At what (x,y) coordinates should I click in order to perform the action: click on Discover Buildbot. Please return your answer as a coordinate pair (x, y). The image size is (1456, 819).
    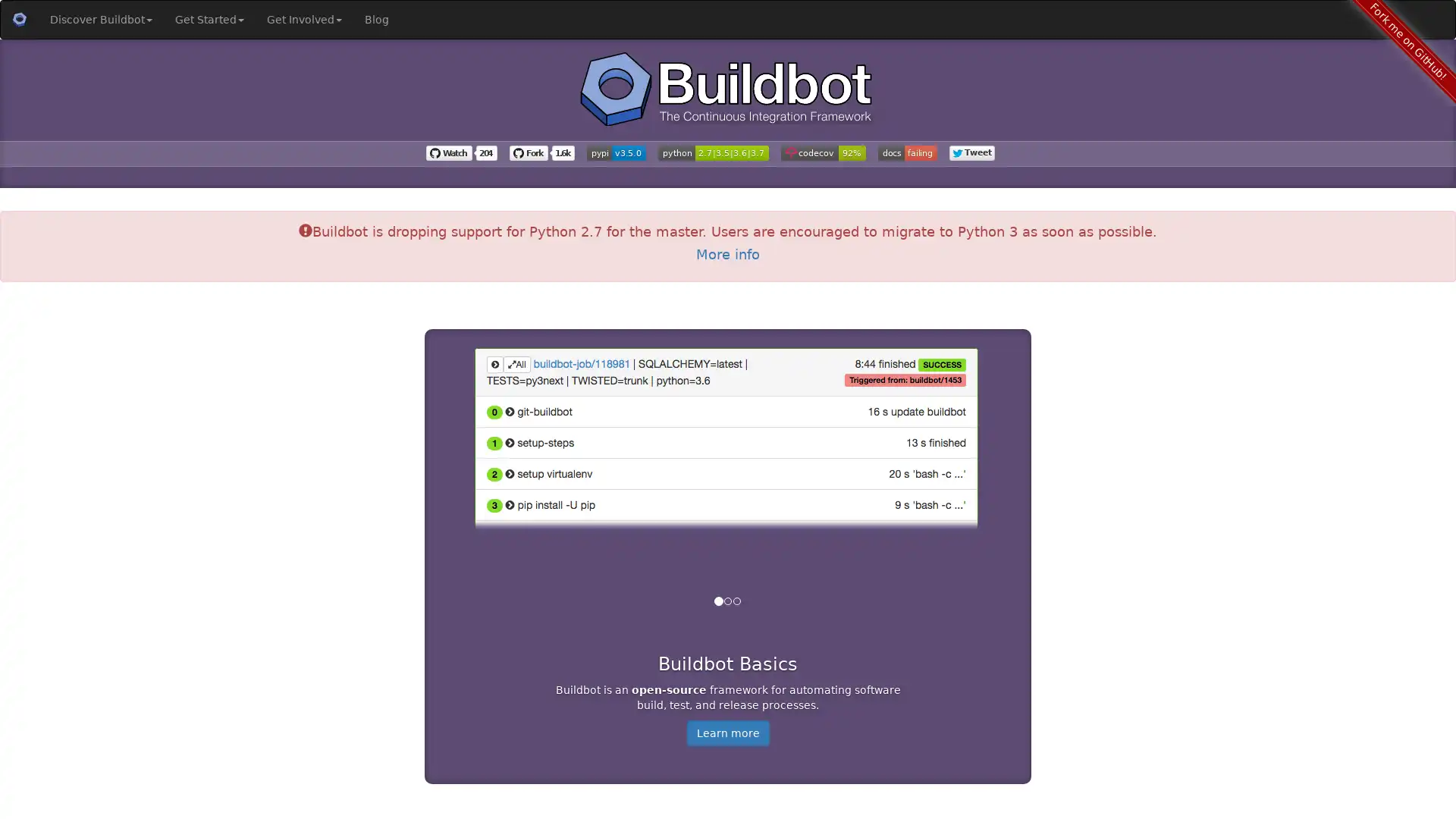
    Looking at the image, I should click on (100, 20).